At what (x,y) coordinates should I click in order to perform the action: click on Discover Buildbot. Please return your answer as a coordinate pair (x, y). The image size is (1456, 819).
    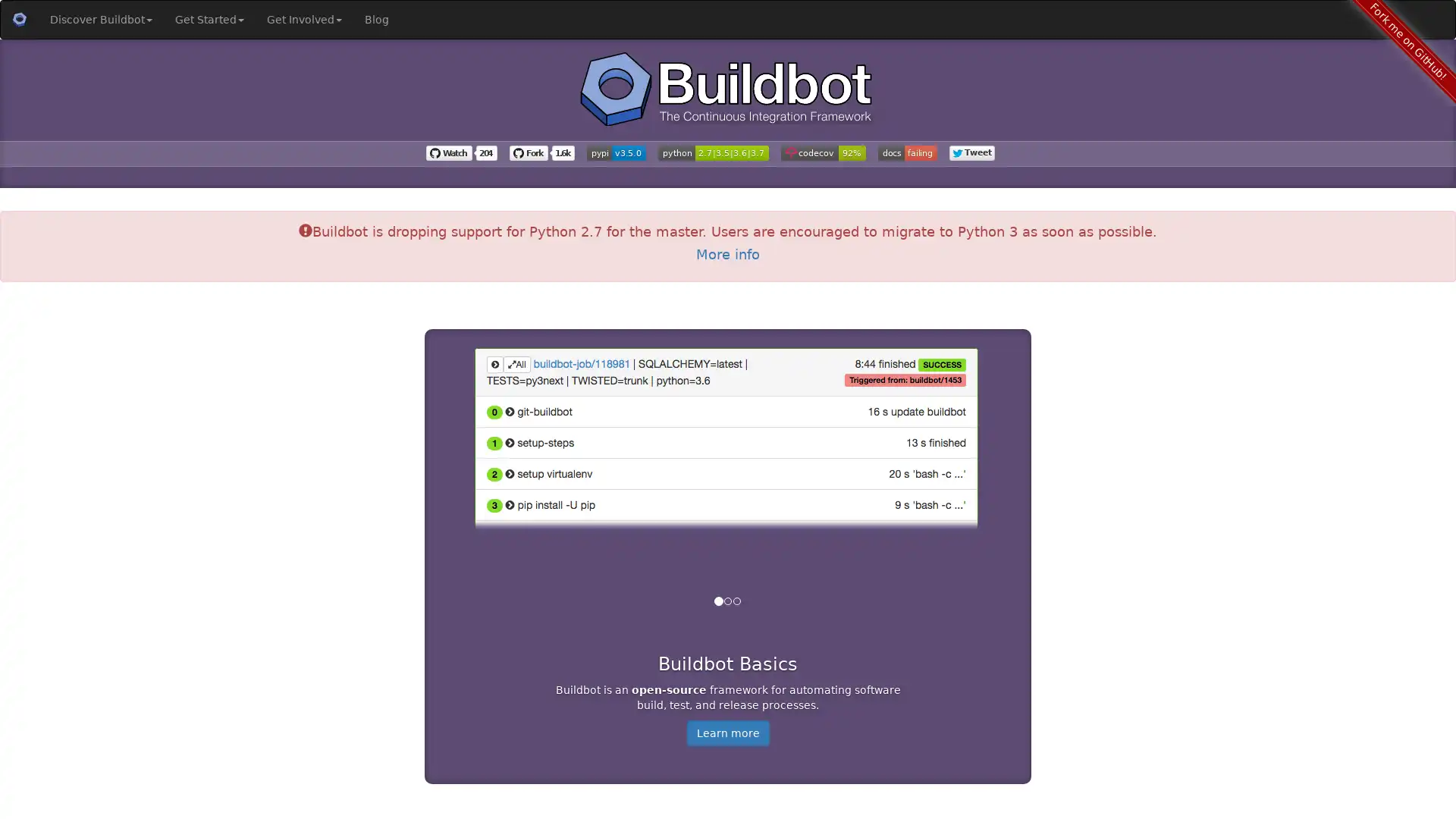
    Looking at the image, I should click on (100, 20).